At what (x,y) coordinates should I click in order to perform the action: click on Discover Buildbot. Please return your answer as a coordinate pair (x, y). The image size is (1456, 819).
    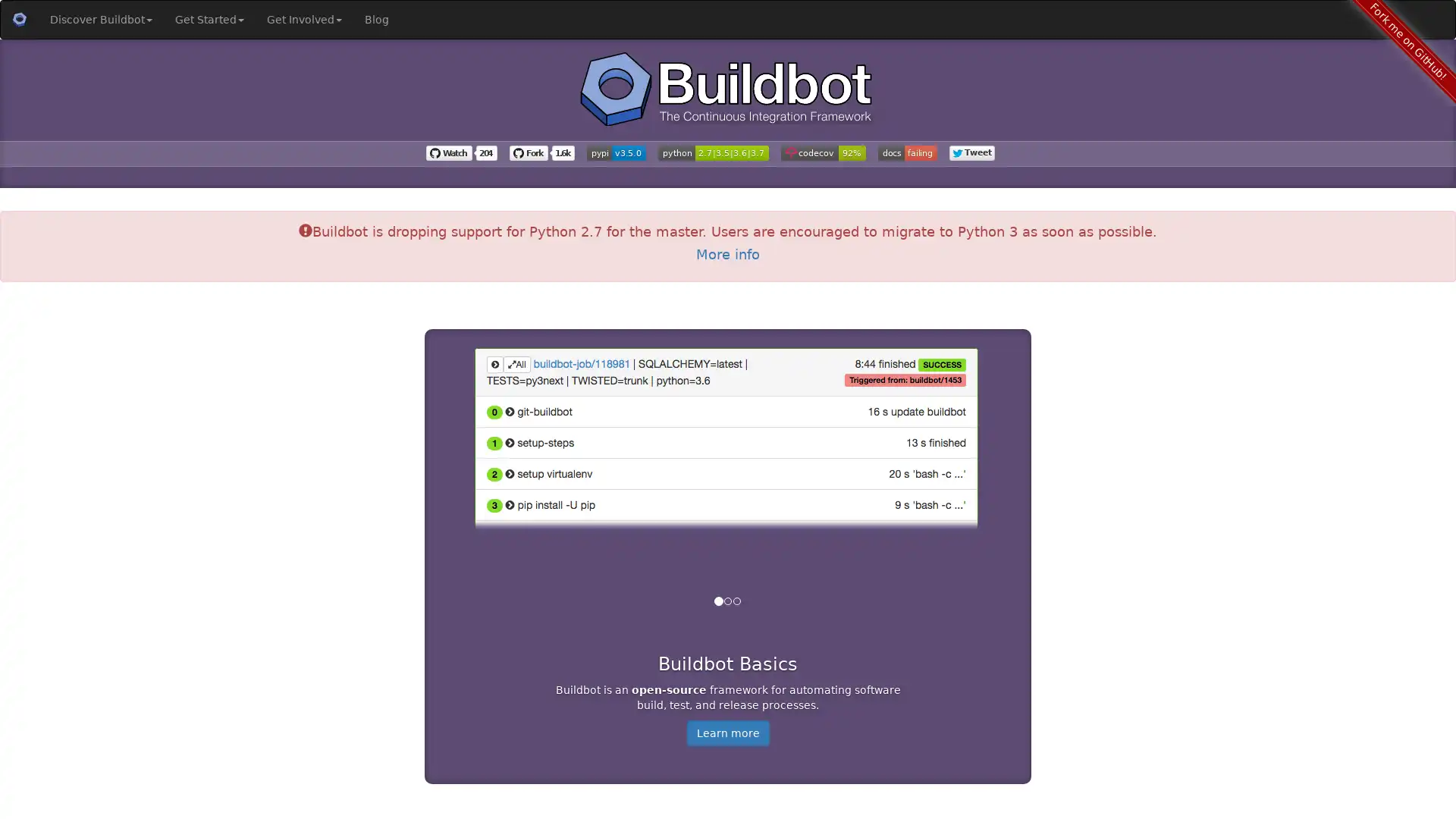
    Looking at the image, I should click on (100, 20).